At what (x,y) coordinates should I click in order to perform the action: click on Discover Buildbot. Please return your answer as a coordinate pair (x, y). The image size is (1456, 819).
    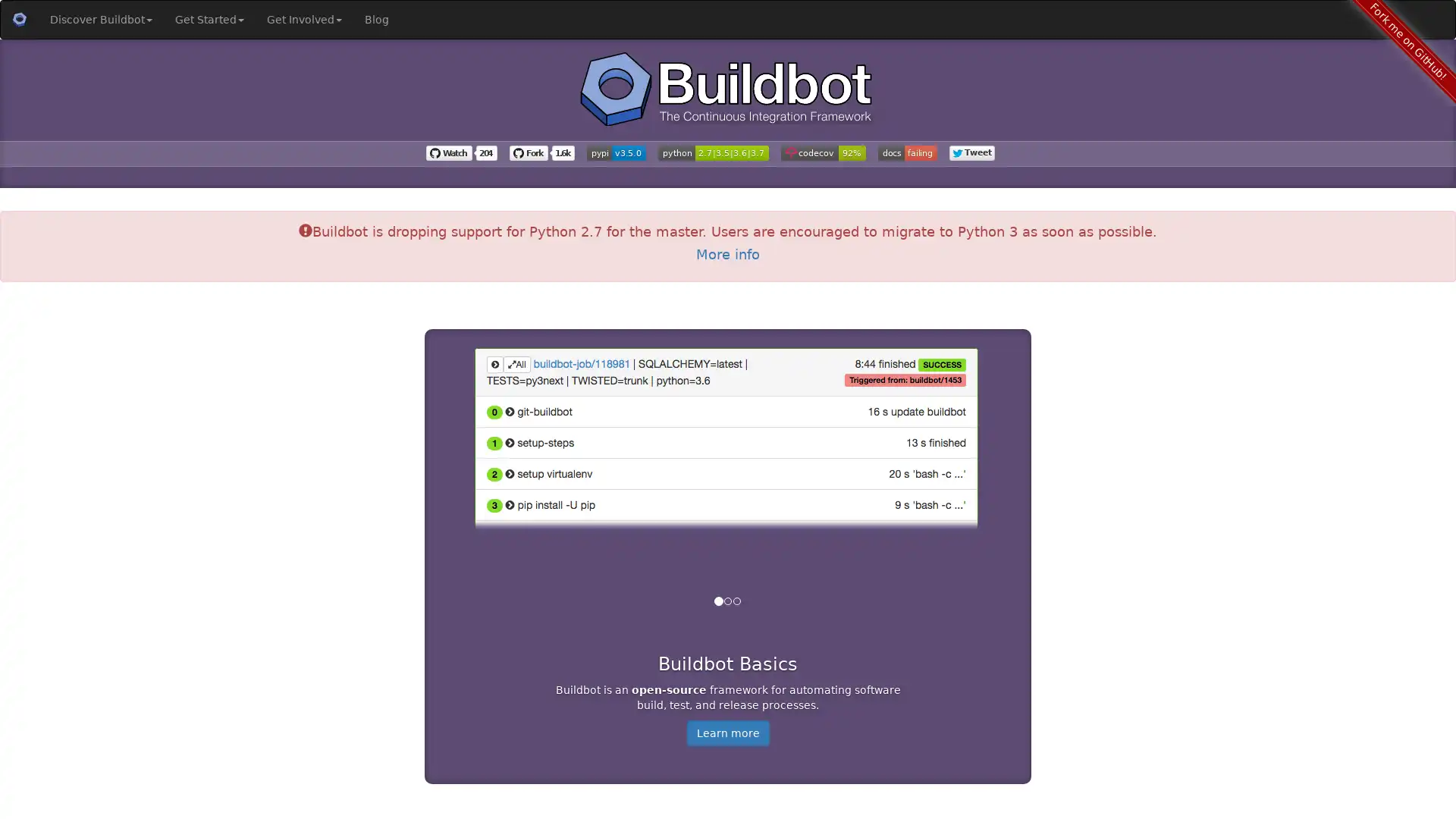
    Looking at the image, I should click on (100, 20).